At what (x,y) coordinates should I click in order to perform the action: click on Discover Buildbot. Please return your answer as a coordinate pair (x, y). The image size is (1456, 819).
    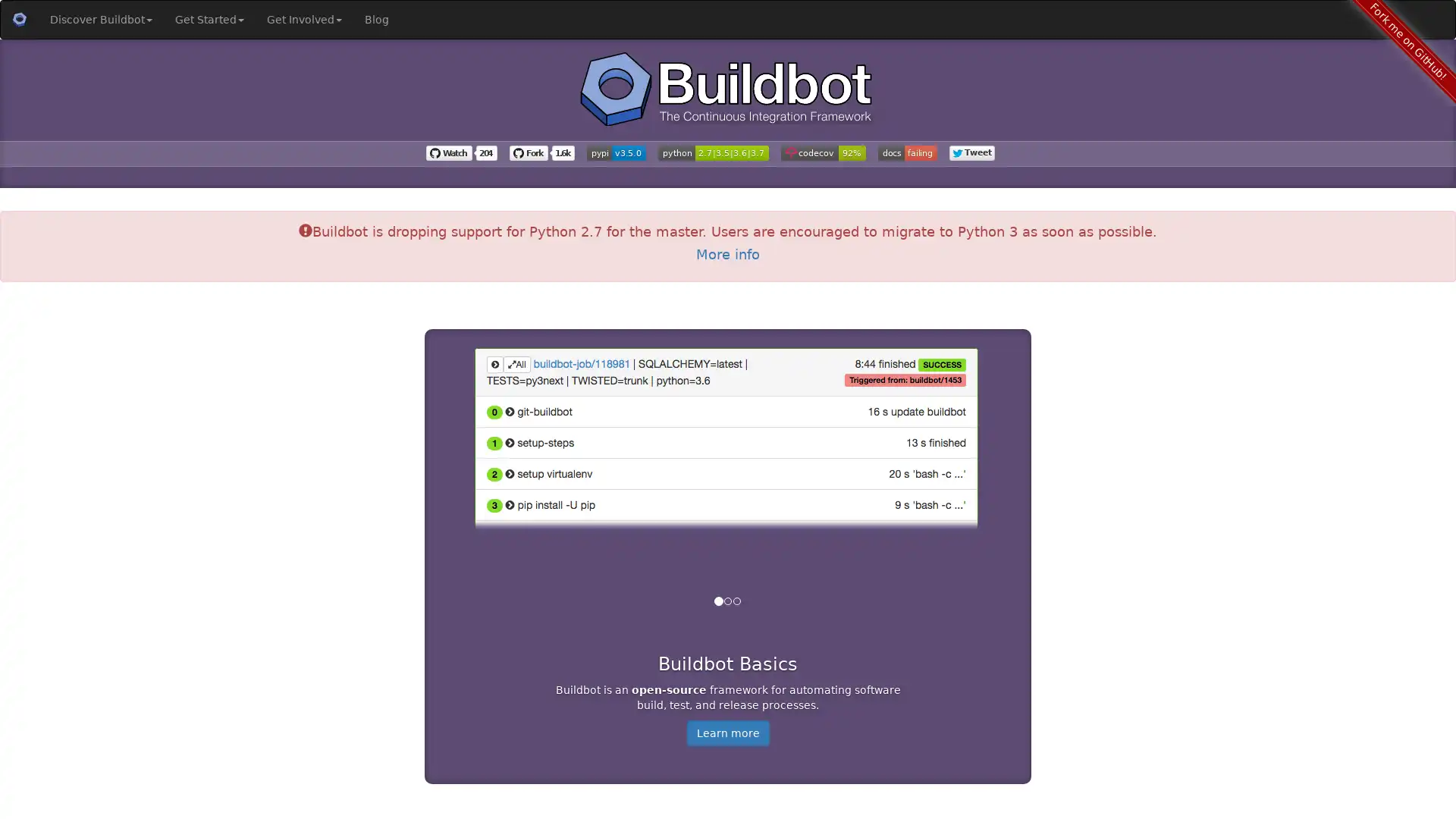
    Looking at the image, I should click on (100, 20).